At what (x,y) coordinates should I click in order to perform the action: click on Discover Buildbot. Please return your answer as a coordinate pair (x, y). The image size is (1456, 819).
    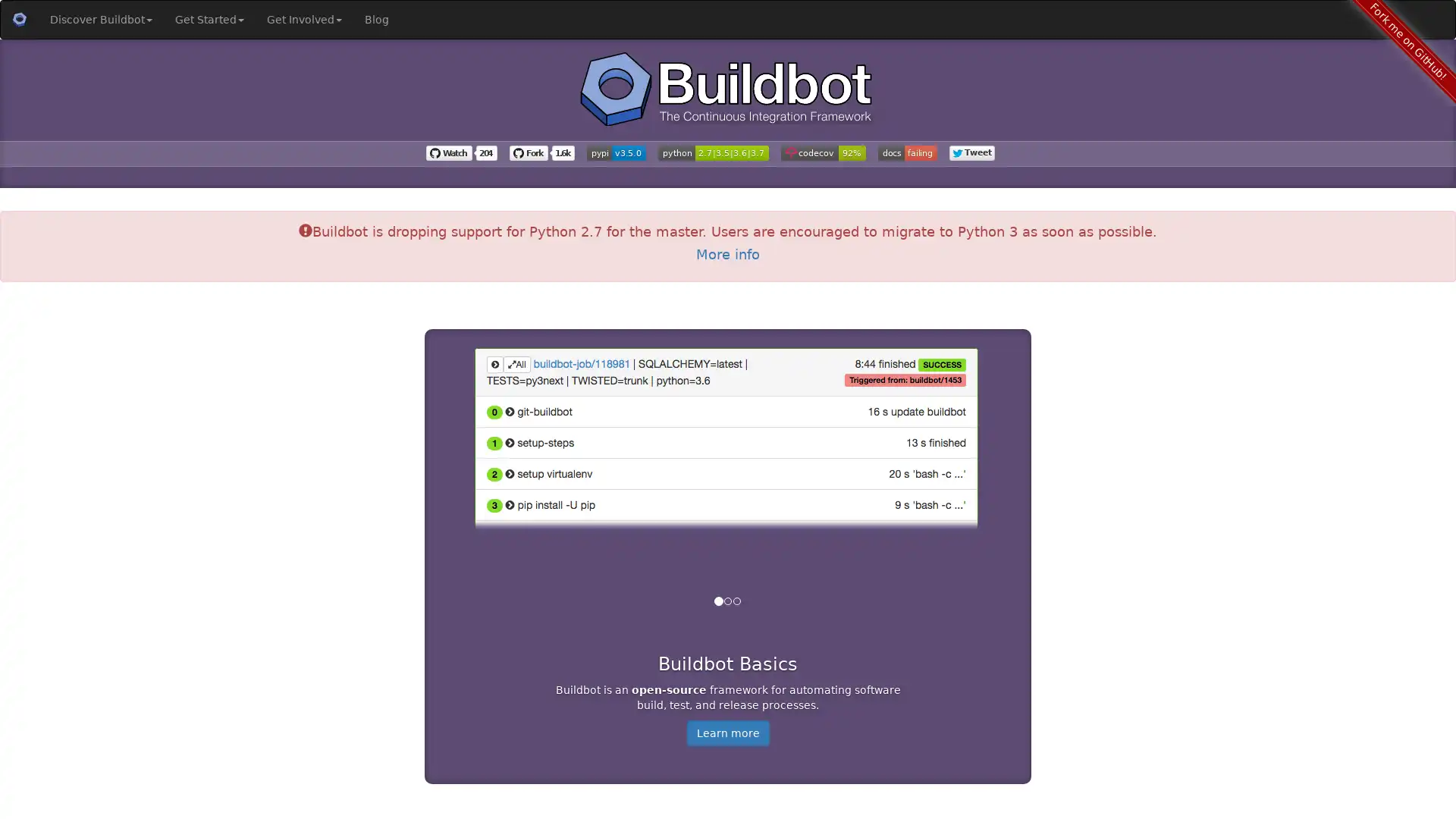
    Looking at the image, I should click on (100, 20).